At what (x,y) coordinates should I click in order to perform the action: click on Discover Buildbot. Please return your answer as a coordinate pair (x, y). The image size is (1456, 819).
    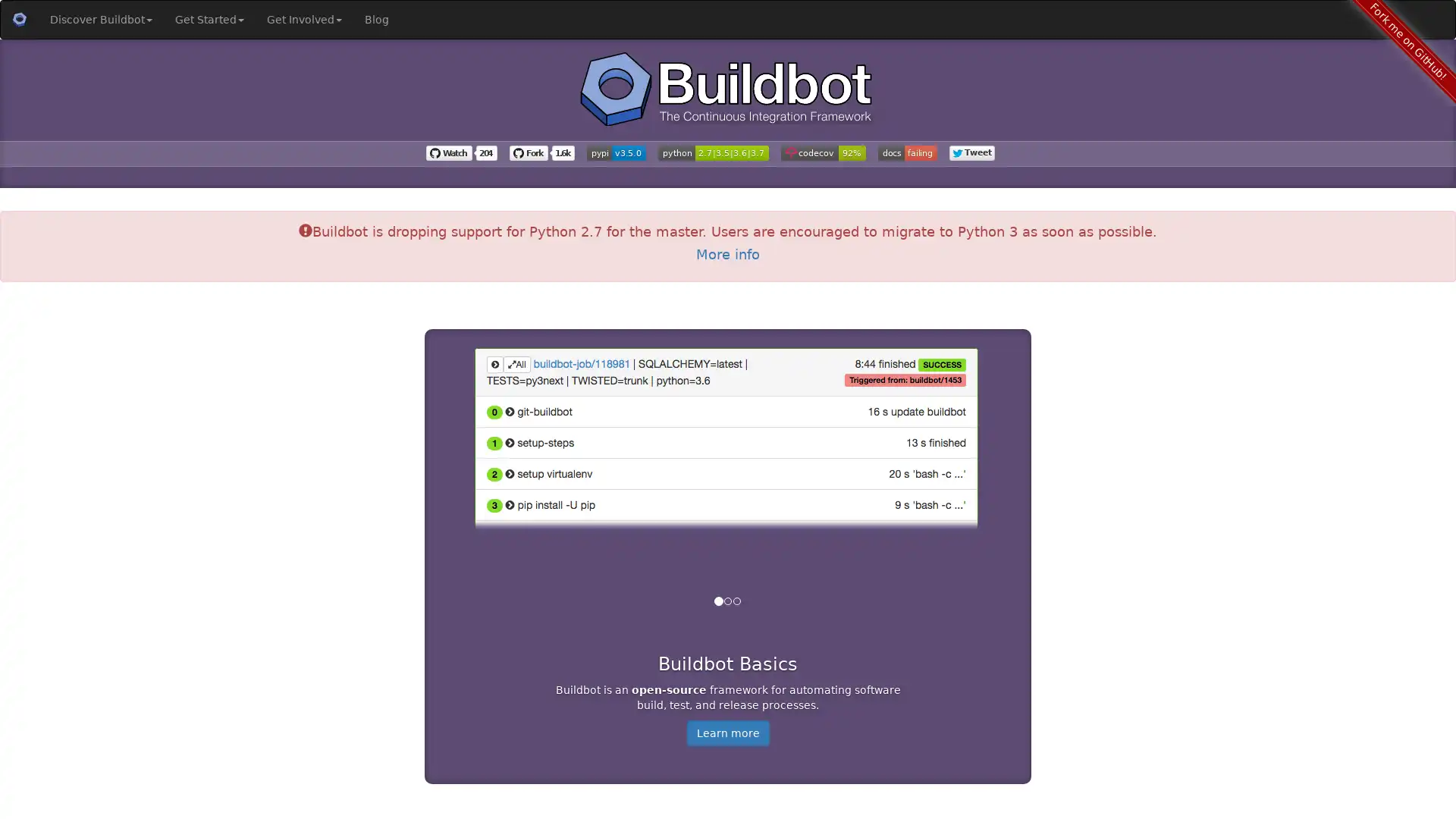
    Looking at the image, I should click on (100, 20).